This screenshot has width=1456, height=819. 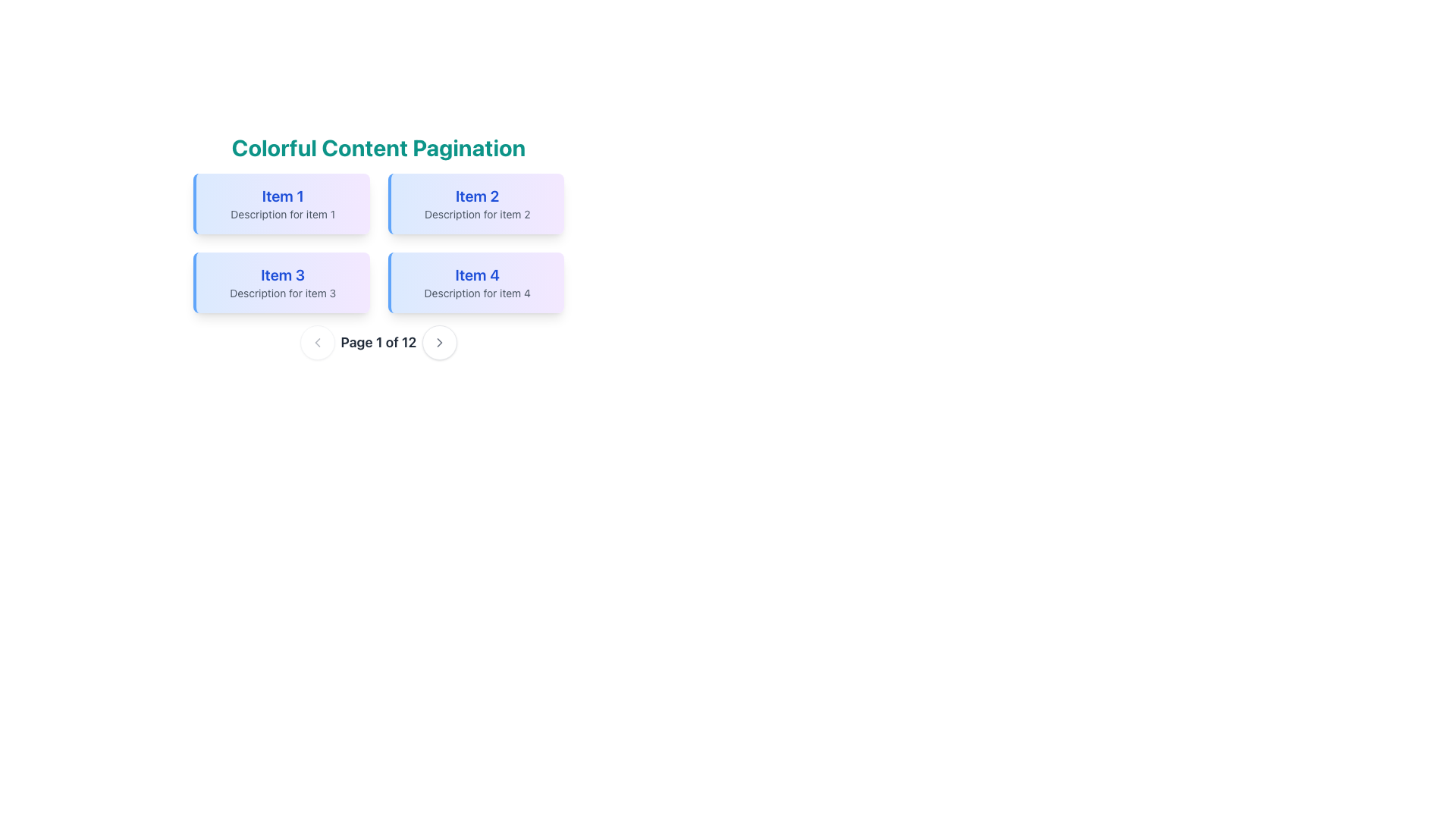 What do you see at coordinates (283, 214) in the screenshot?
I see `the text label providing additional information for 'Item 1', which is located below the text 'Item 1' in the top-left box of the interface` at bounding box center [283, 214].